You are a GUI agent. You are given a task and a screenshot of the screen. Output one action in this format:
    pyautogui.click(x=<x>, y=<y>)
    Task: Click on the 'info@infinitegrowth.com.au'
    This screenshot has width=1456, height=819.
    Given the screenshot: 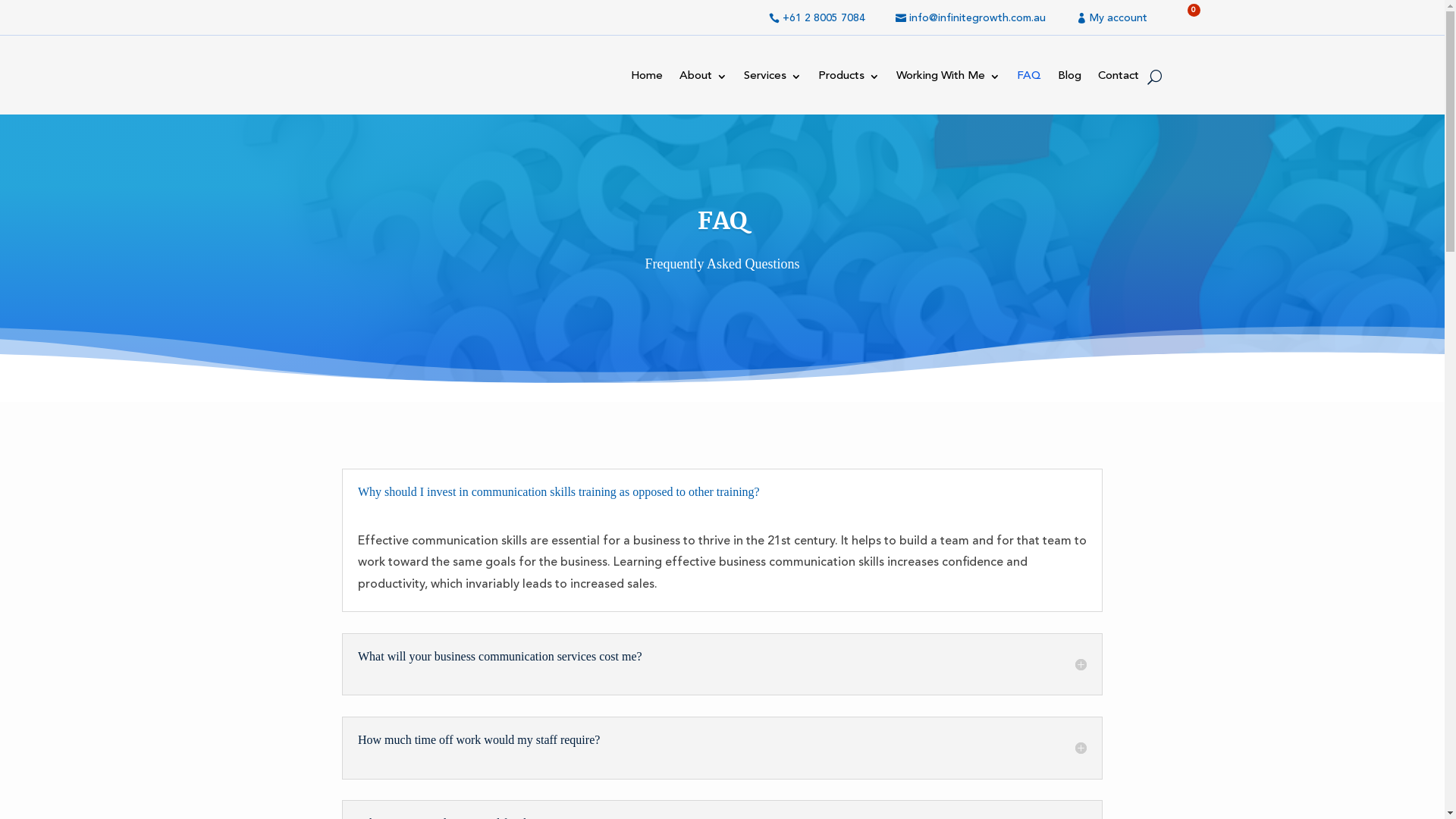 What is the action you would take?
    pyautogui.click(x=888, y=18)
    